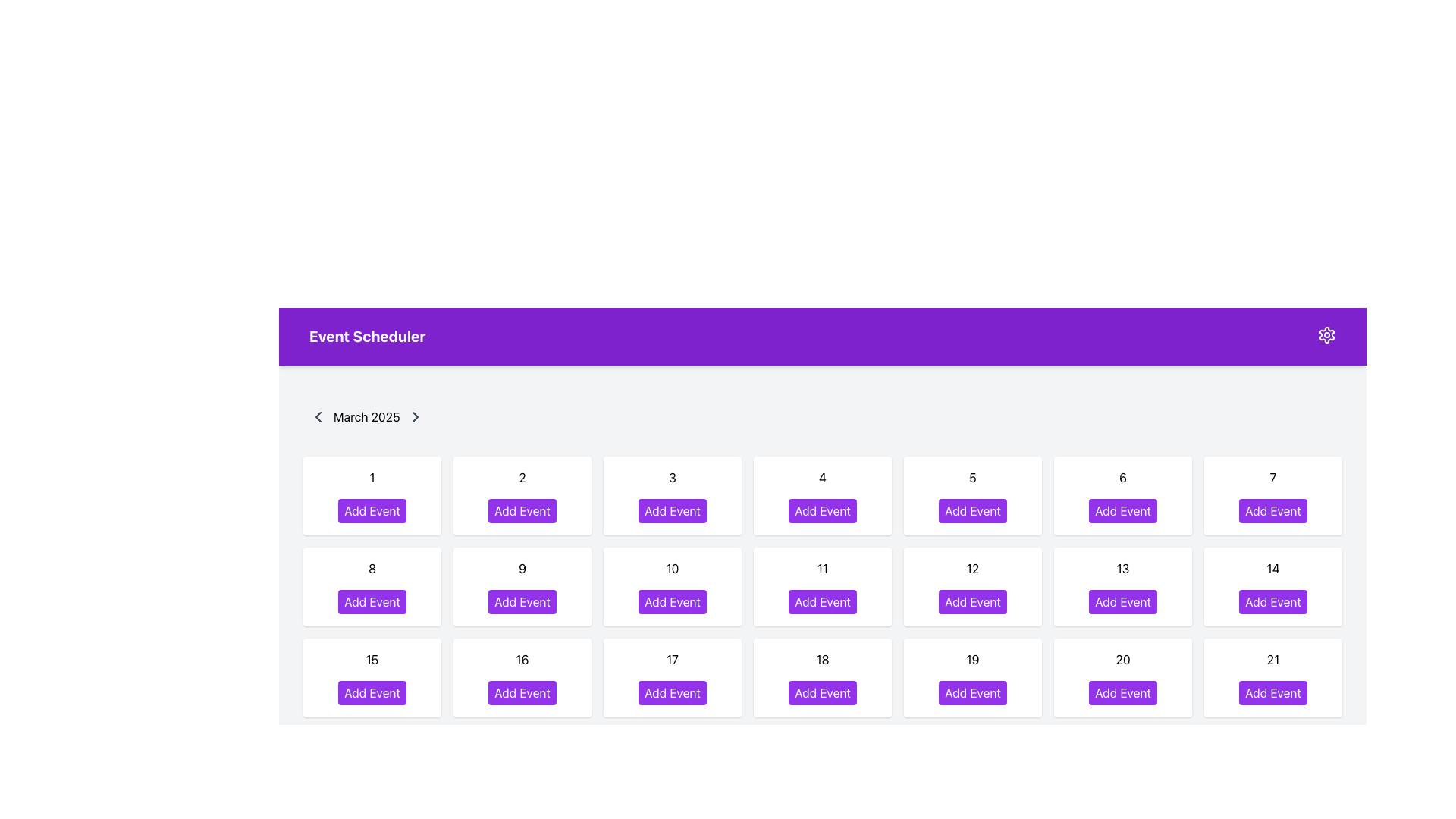 Image resolution: width=1456 pixels, height=819 pixels. Describe the element at coordinates (821, 693) in the screenshot. I see `the button` at that location.